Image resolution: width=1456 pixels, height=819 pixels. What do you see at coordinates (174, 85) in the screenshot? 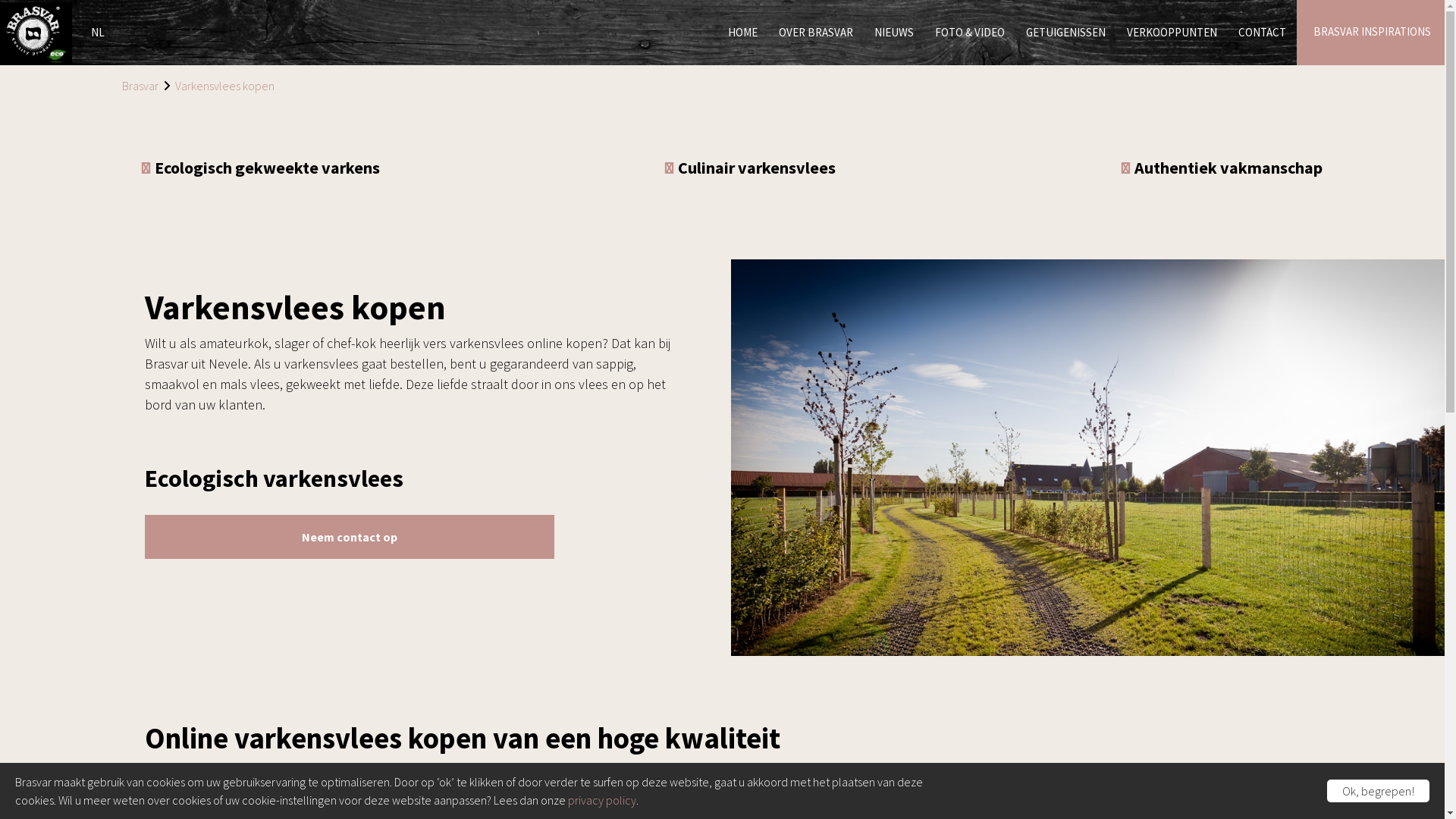
I see `'Varkensvlees kopen'` at bounding box center [174, 85].